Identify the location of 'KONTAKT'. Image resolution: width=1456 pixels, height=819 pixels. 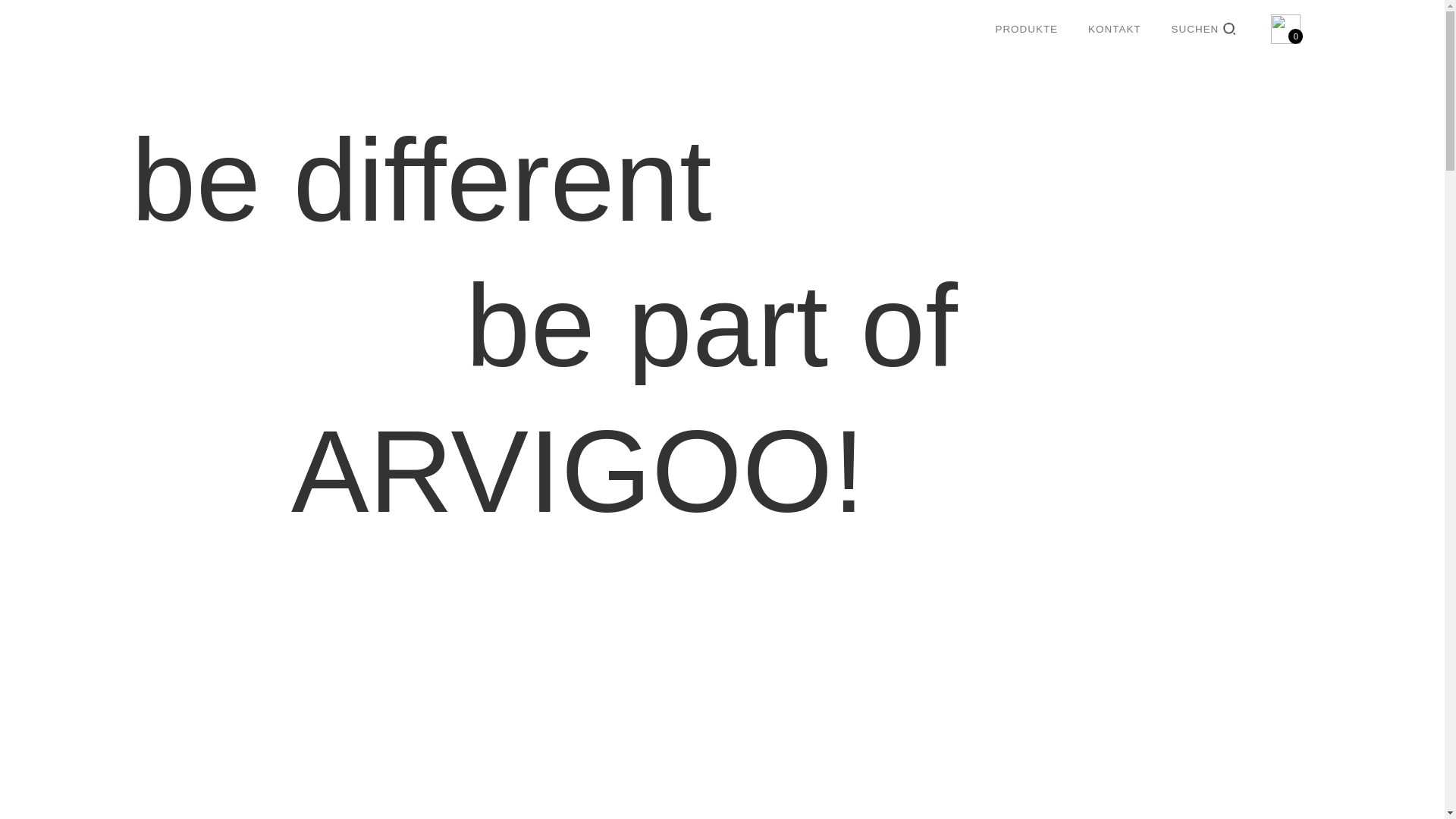
(1114, 29).